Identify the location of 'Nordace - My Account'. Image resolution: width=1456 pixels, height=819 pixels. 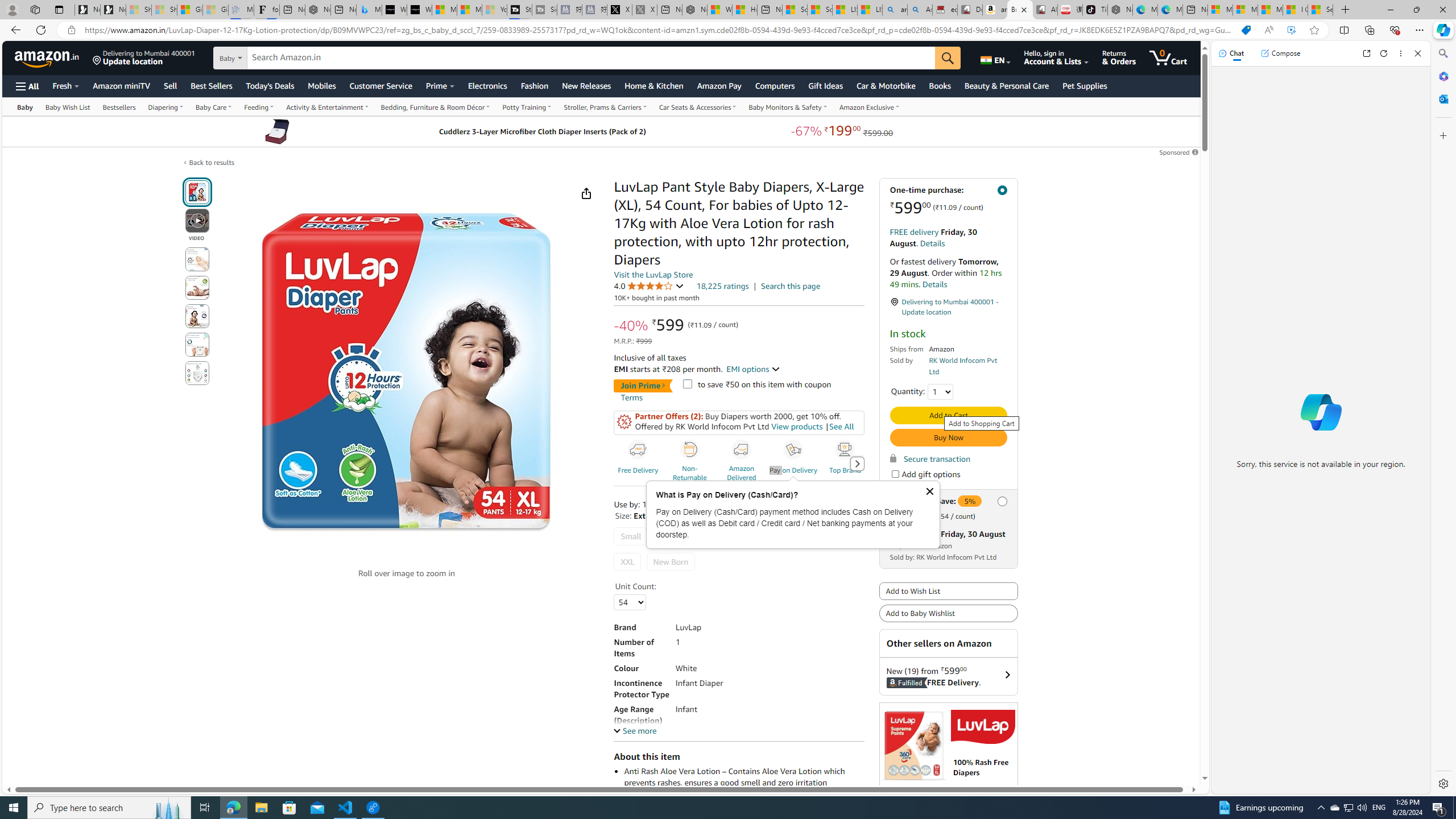
(694, 9).